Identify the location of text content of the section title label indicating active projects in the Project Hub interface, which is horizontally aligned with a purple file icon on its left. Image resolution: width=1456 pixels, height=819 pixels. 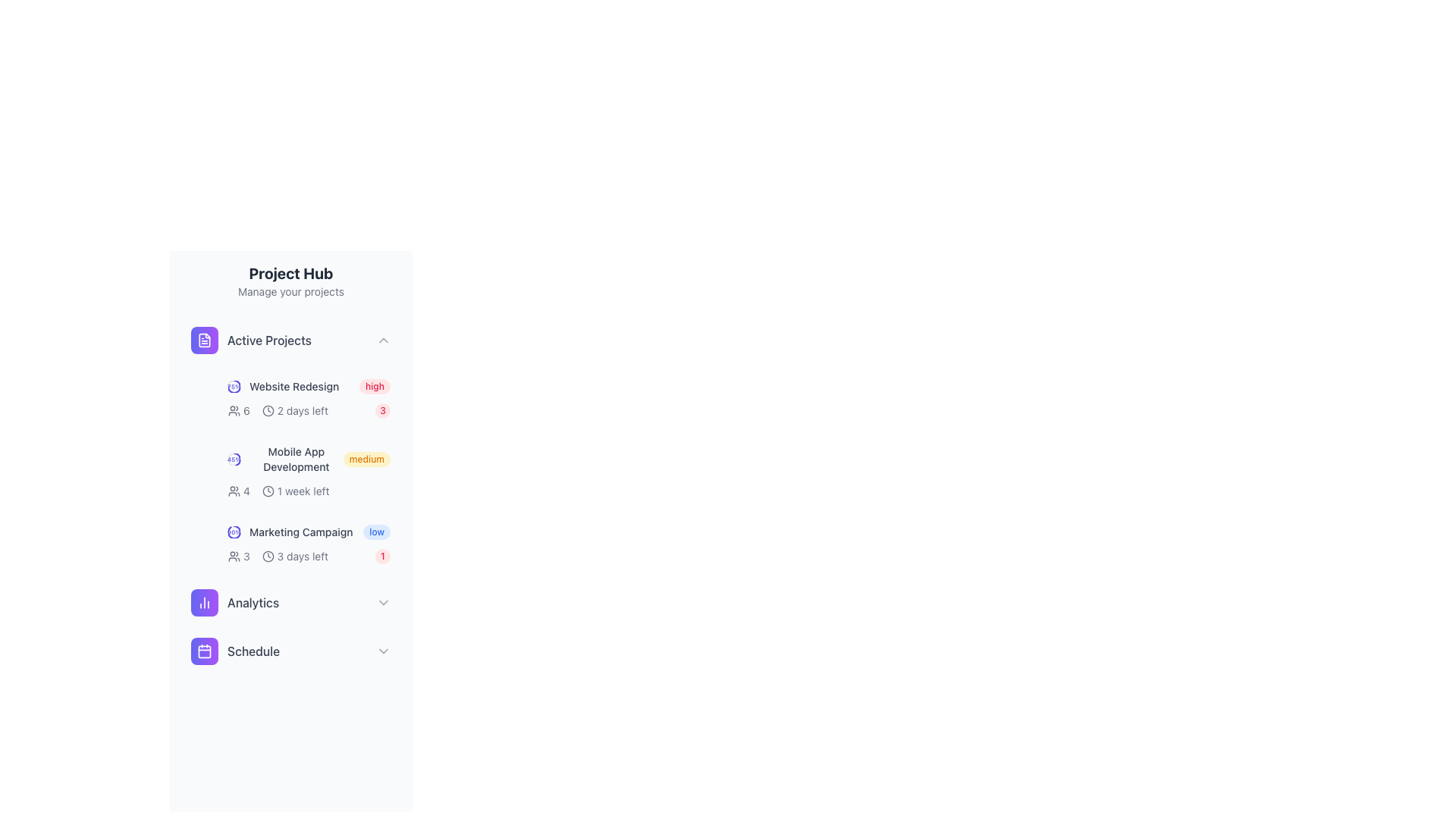
(269, 339).